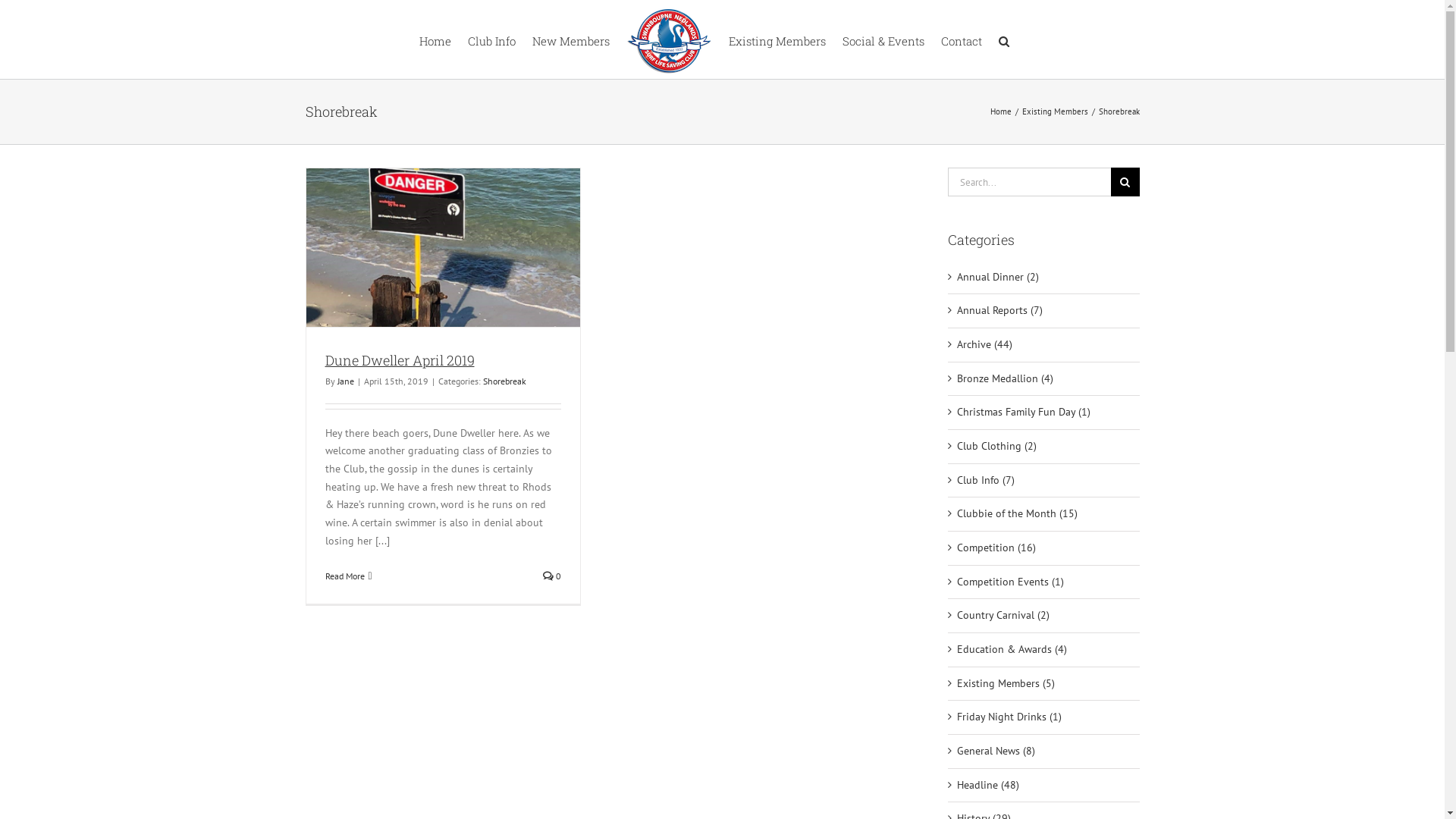 Image resolution: width=1456 pixels, height=819 pixels. What do you see at coordinates (1043, 717) in the screenshot?
I see `'Friday Night Drinks (1)'` at bounding box center [1043, 717].